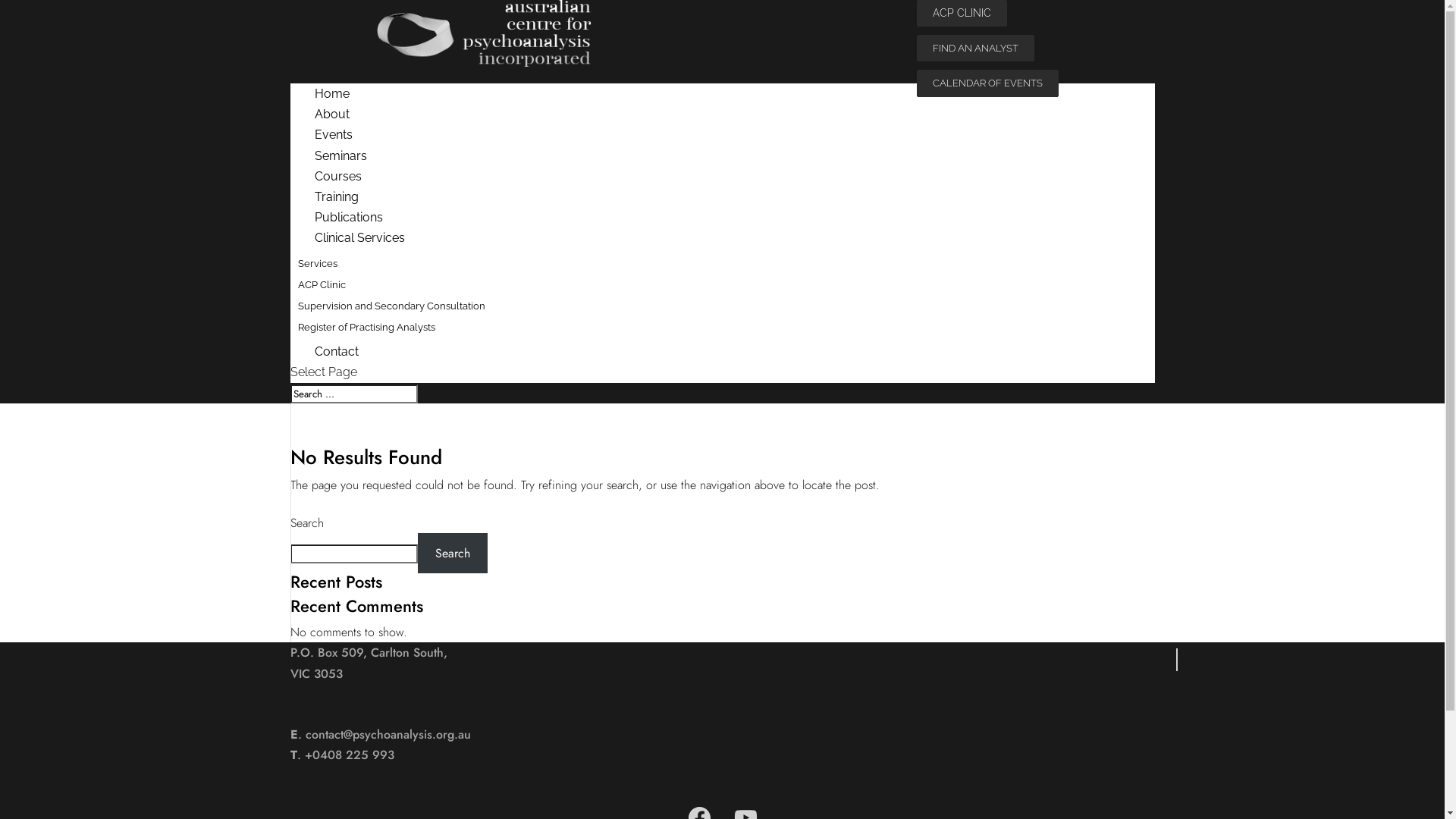 This screenshot has width=1456, height=819. What do you see at coordinates (340, 155) in the screenshot?
I see `'Seminars'` at bounding box center [340, 155].